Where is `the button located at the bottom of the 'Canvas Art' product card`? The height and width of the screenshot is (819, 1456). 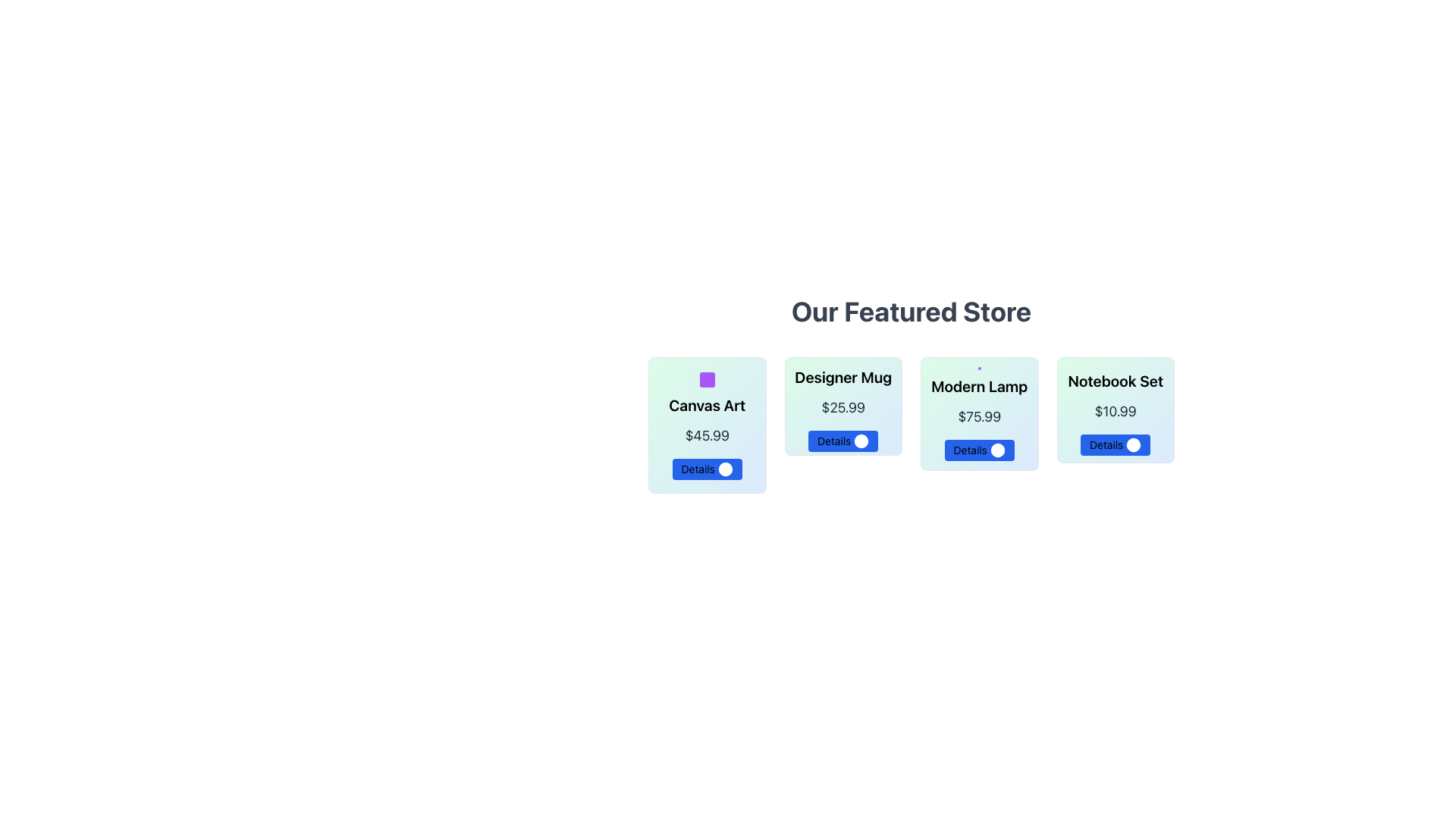
the button located at the bottom of the 'Canvas Art' product card is located at coordinates (706, 468).